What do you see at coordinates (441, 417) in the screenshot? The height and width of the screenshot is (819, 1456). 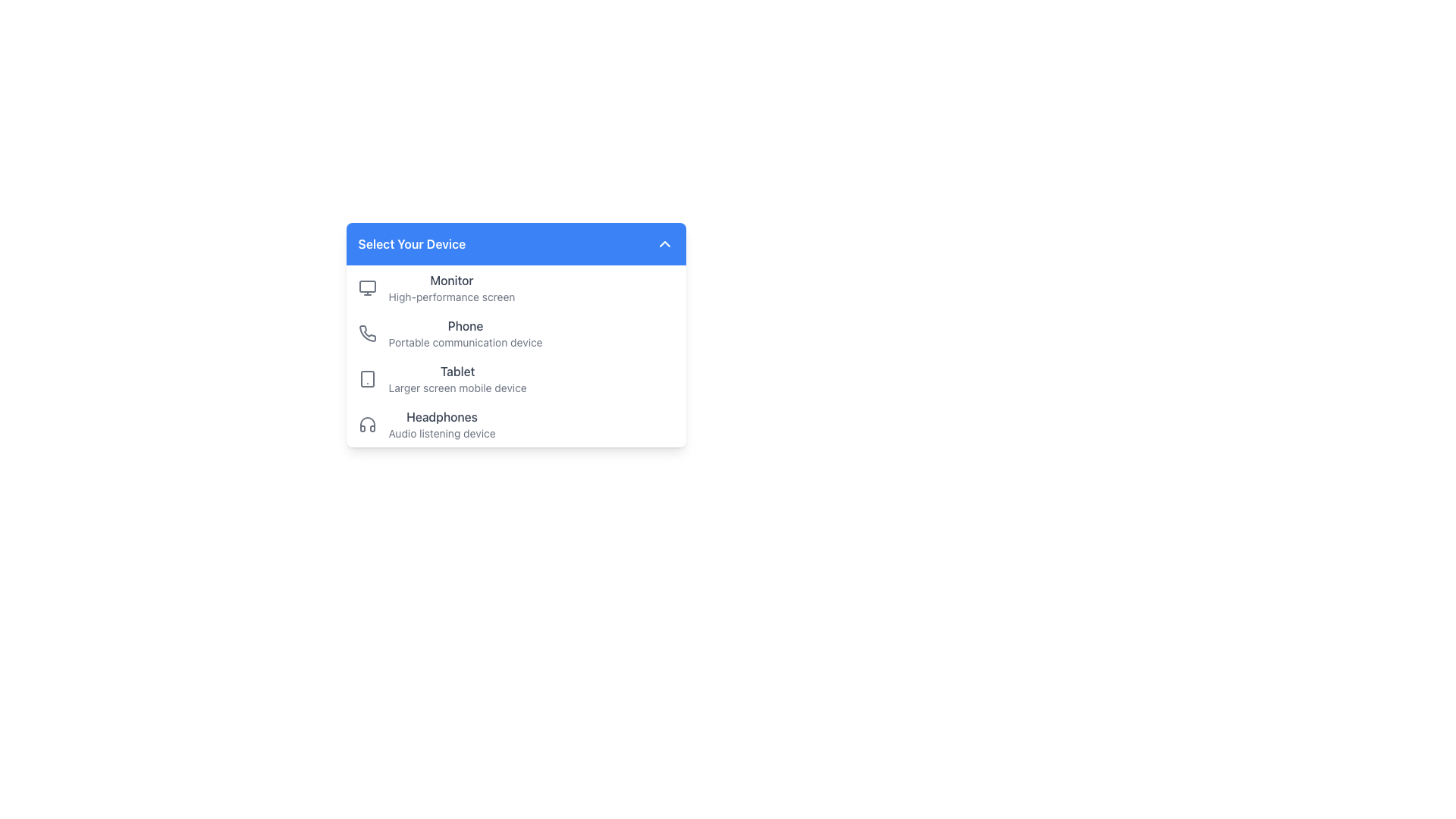 I see `text label 'Headphones' located in the dropdown menu under 'Select Your Device'` at bounding box center [441, 417].